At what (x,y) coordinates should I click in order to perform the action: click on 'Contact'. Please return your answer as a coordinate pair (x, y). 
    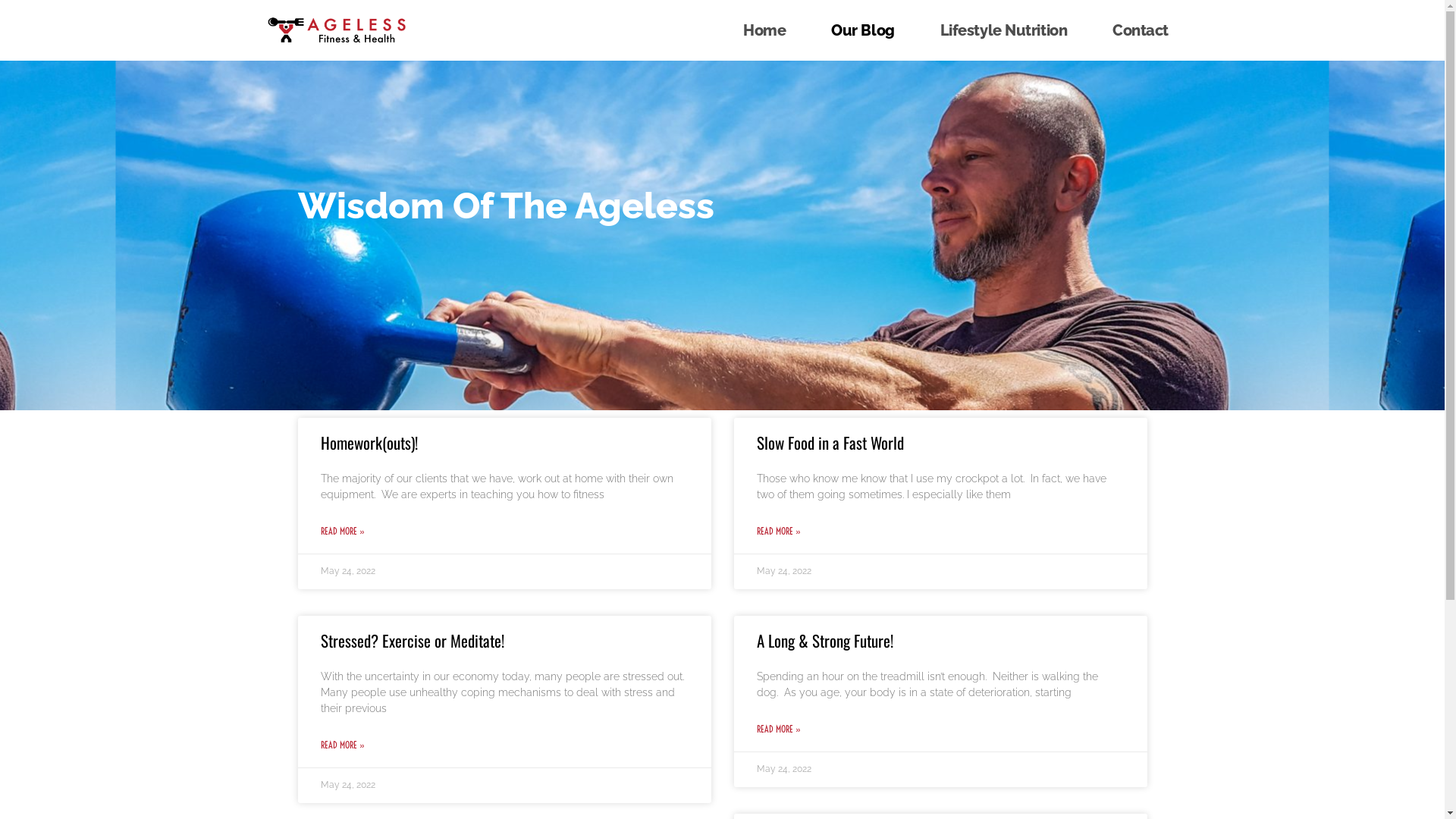
    Looking at the image, I should click on (1140, 30).